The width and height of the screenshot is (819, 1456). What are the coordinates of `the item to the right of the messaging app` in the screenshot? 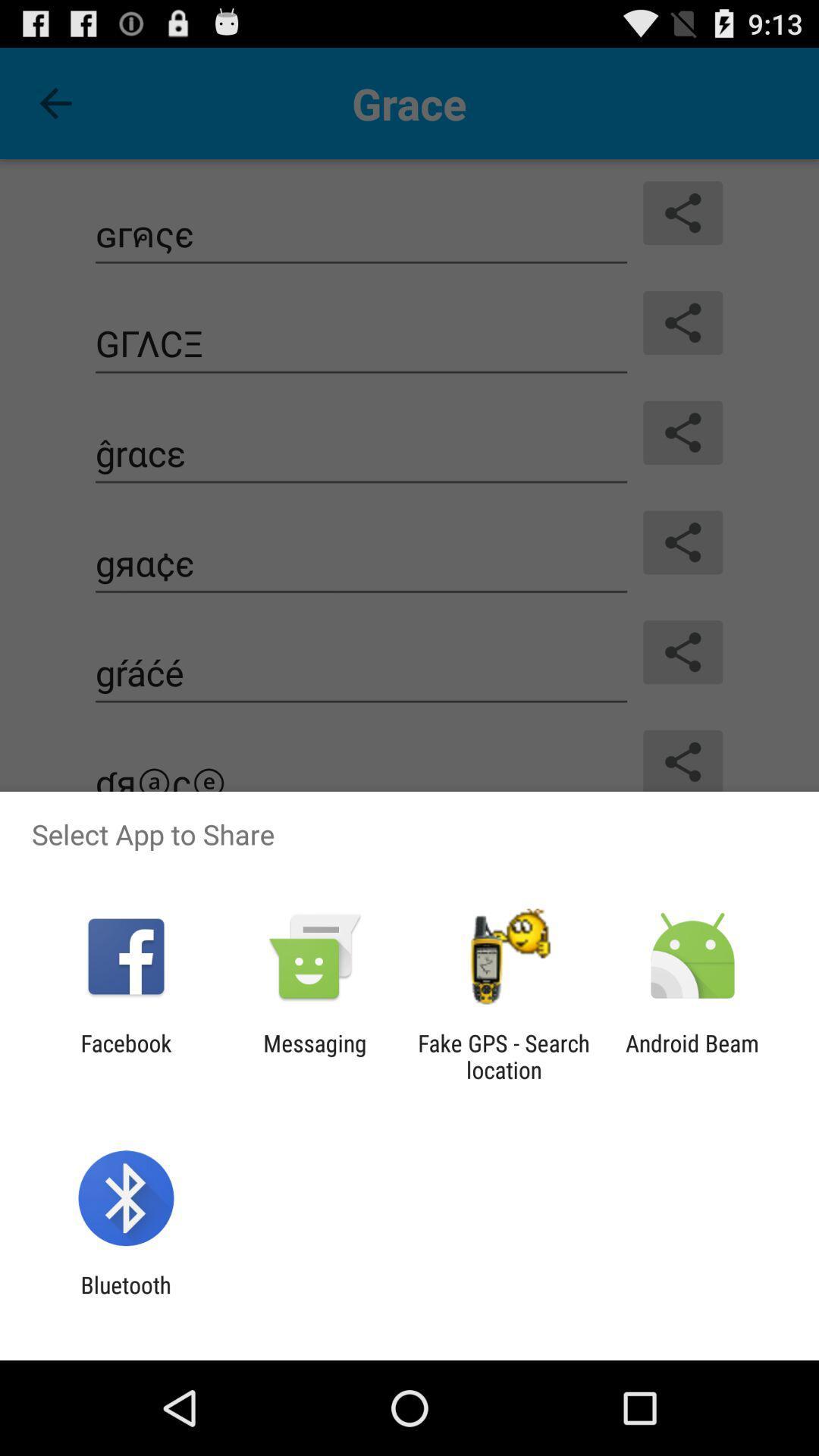 It's located at (504, 1056).